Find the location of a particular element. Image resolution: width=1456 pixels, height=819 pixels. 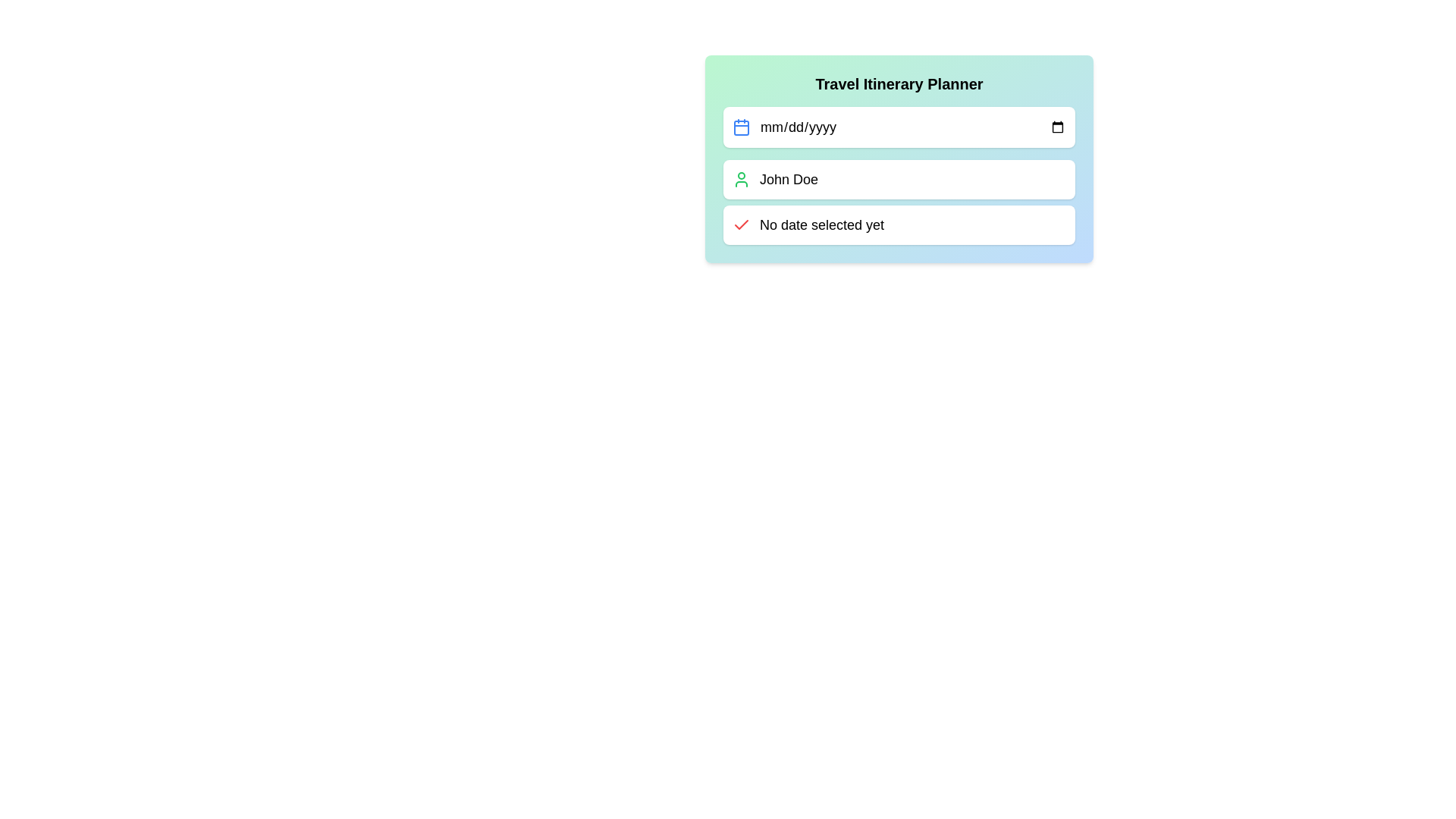

the red checkmark icon associated with the text 'No date selected yet' is located at coordinates (742, 225).